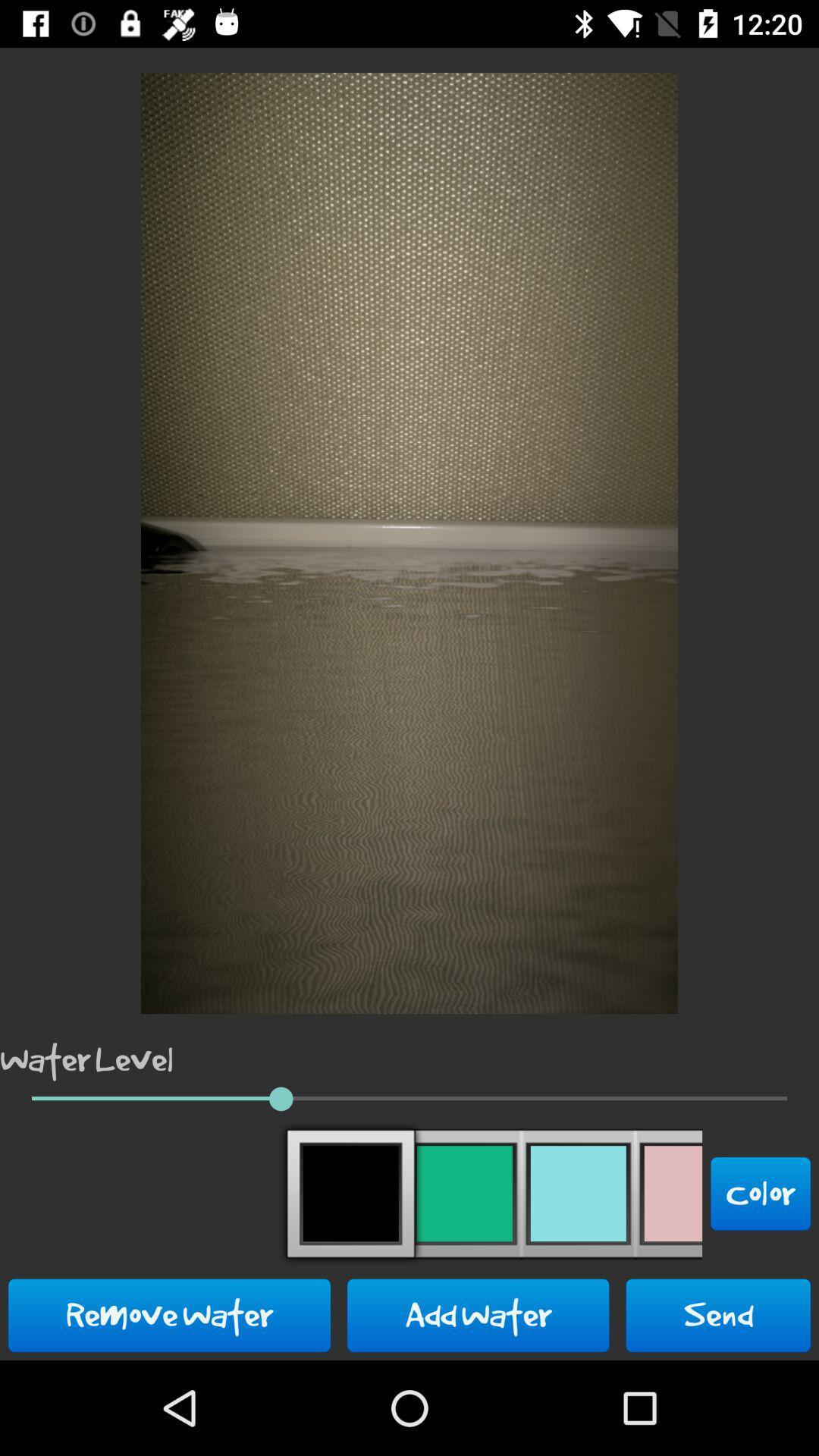 The height and width of the screenshot is (1456, 819). Describe the element at coordinates (169, 1314) in the screenshot. I see `the icon next to add water button` at that location.